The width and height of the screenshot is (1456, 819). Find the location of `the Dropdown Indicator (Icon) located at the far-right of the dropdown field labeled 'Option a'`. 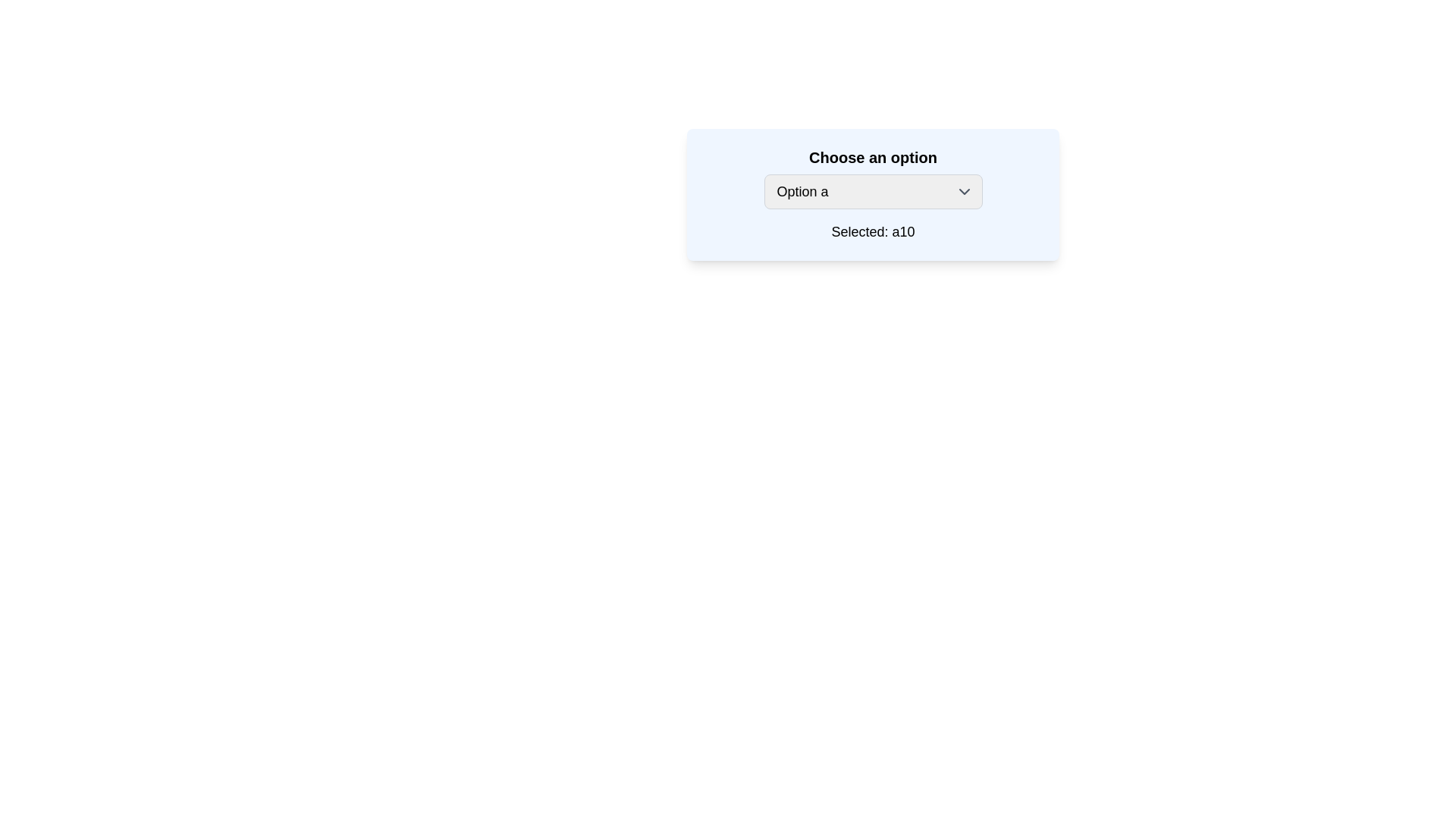

the Dropdown Indicator (Icon) located at the far-right of the dropdown field labeled 'Option a' is located at coordinates (963, 191).